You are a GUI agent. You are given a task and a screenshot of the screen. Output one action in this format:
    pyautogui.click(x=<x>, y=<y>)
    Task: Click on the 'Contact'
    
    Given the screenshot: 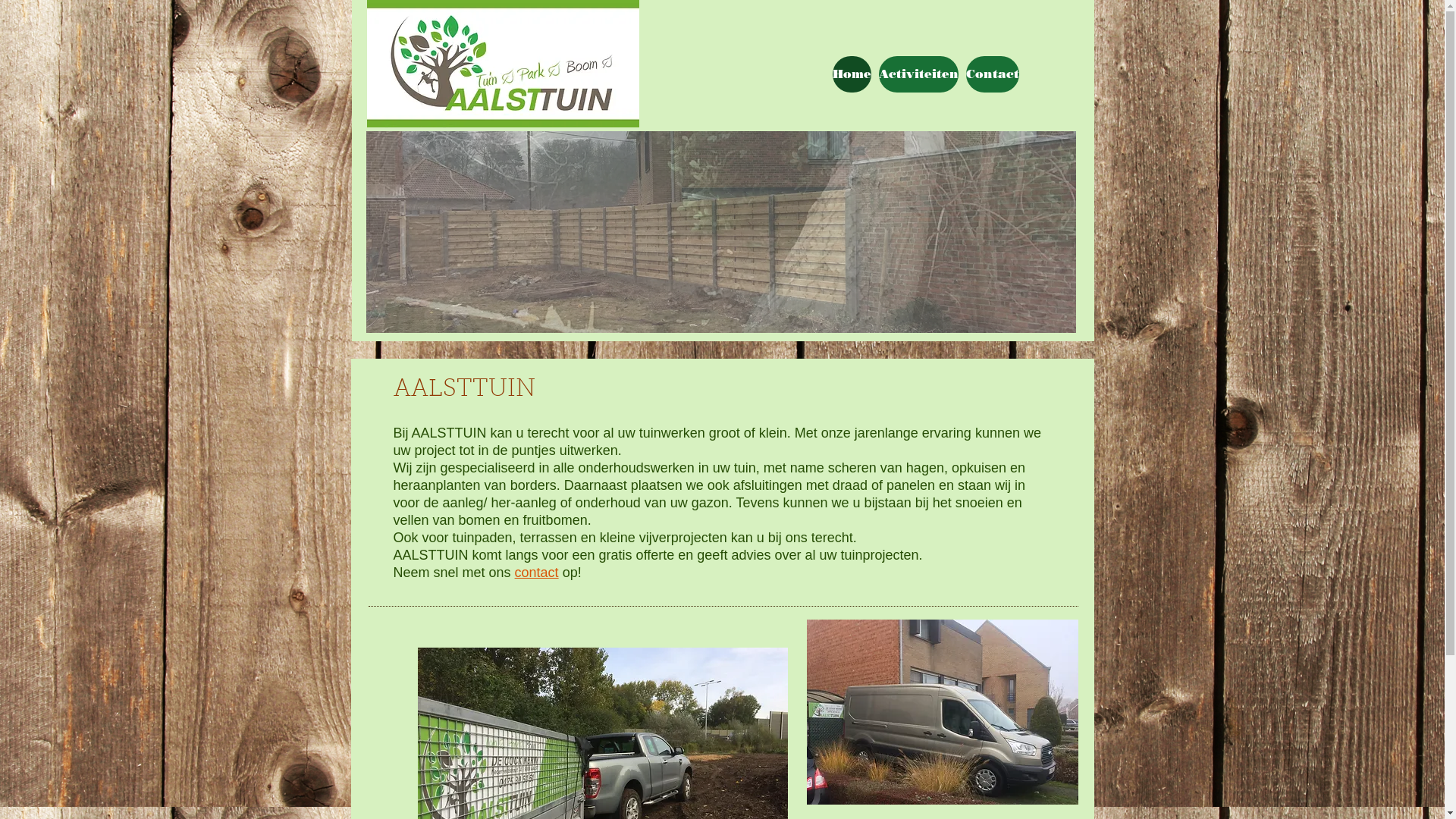 What is the action you would take?
    pyautogui.click(x=993, y=74)
    